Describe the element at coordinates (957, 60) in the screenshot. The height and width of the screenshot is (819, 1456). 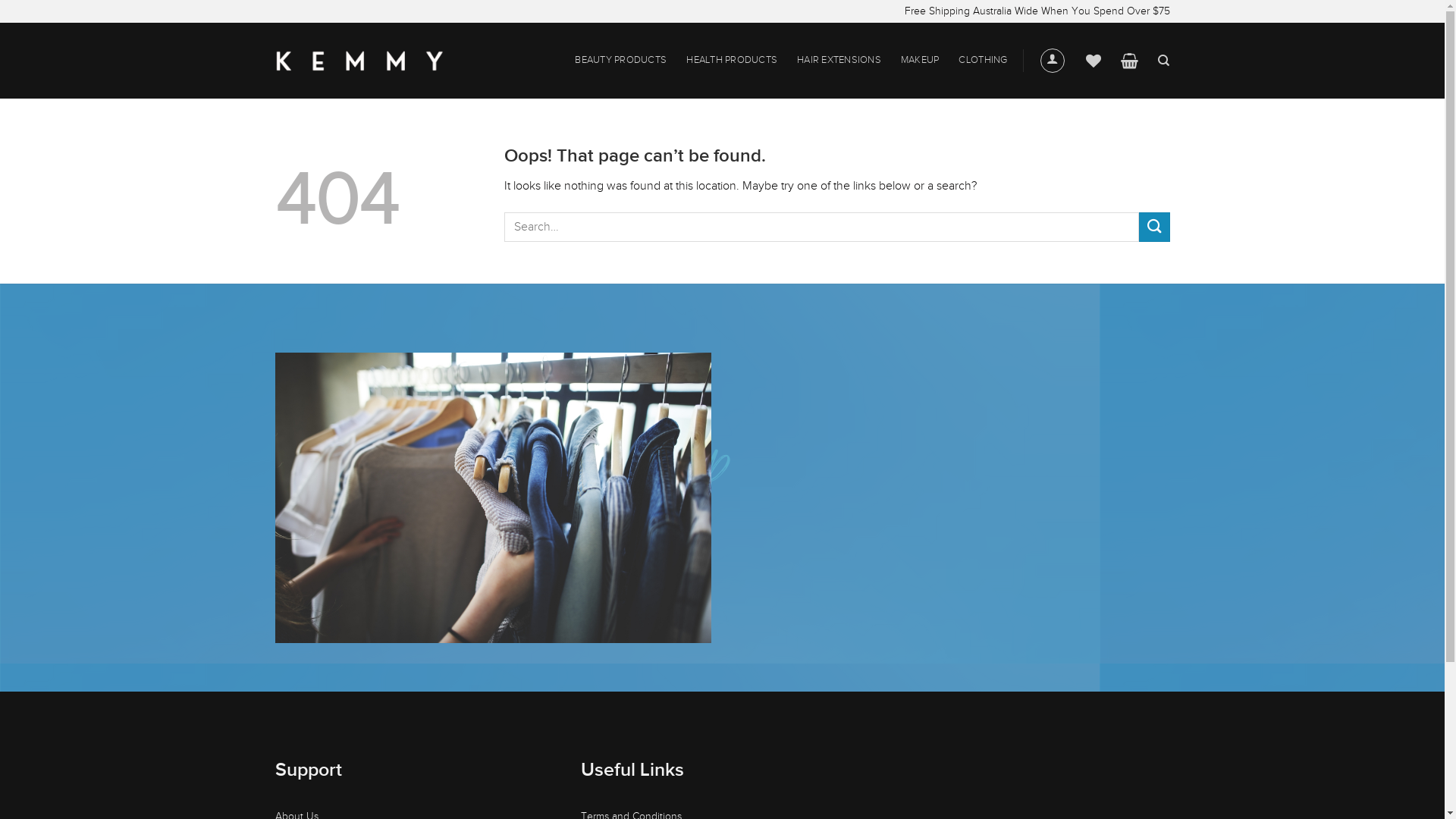
I see `'CLOTHING'` at that location.